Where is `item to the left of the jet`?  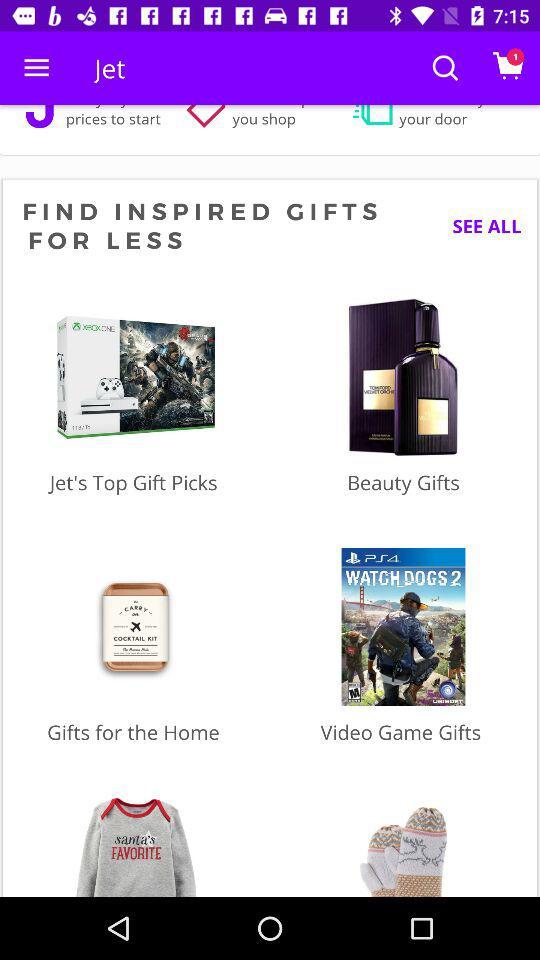
item to the left of the jet is located at coordinates (36, 68).